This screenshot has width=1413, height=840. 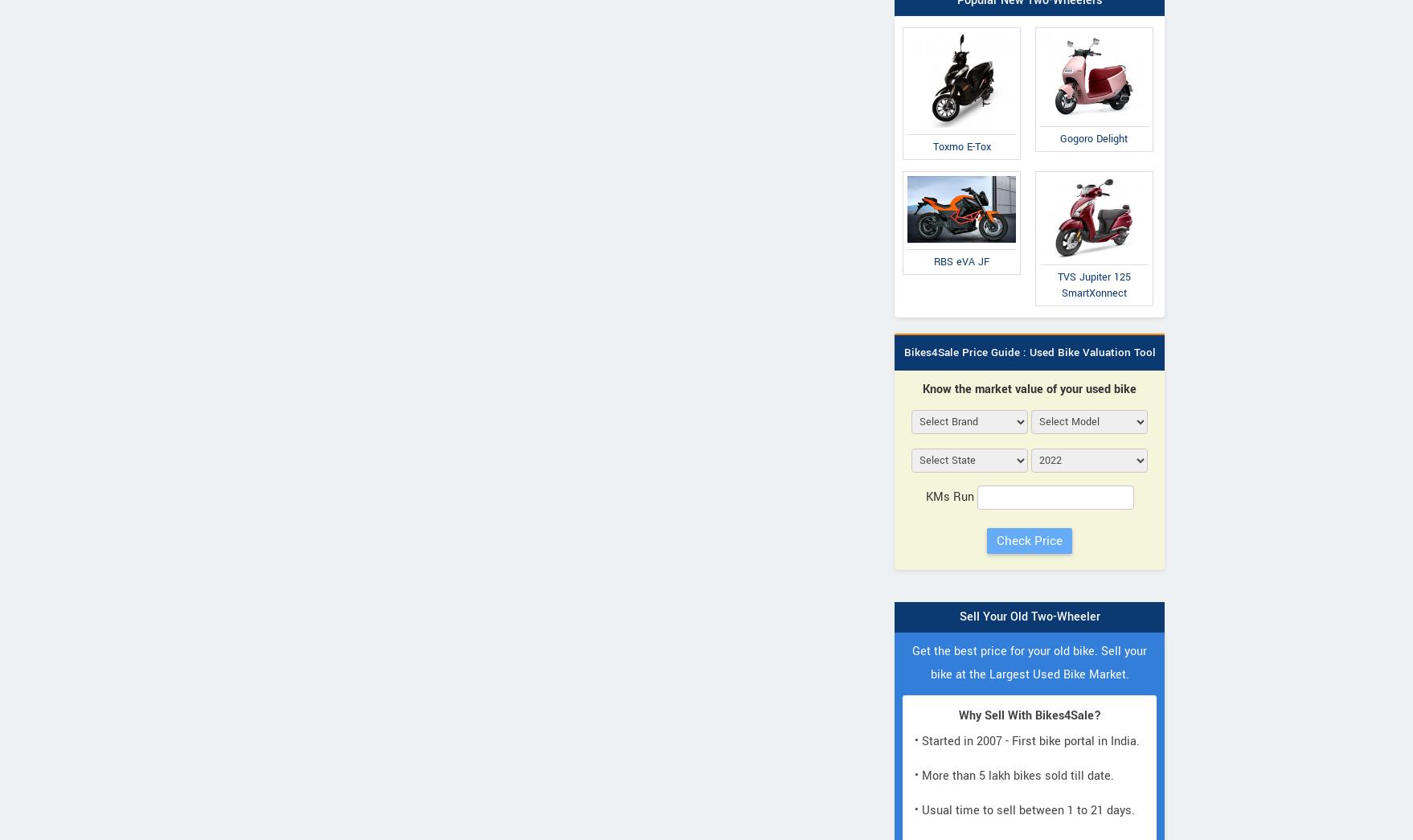 What do you see at coordinates (1030, 661) in the screenshot?
I see `'Get the best price for your old bike. Sell your bike at the Largest Used Bike Market.'` at bounding box center [1030, 661].